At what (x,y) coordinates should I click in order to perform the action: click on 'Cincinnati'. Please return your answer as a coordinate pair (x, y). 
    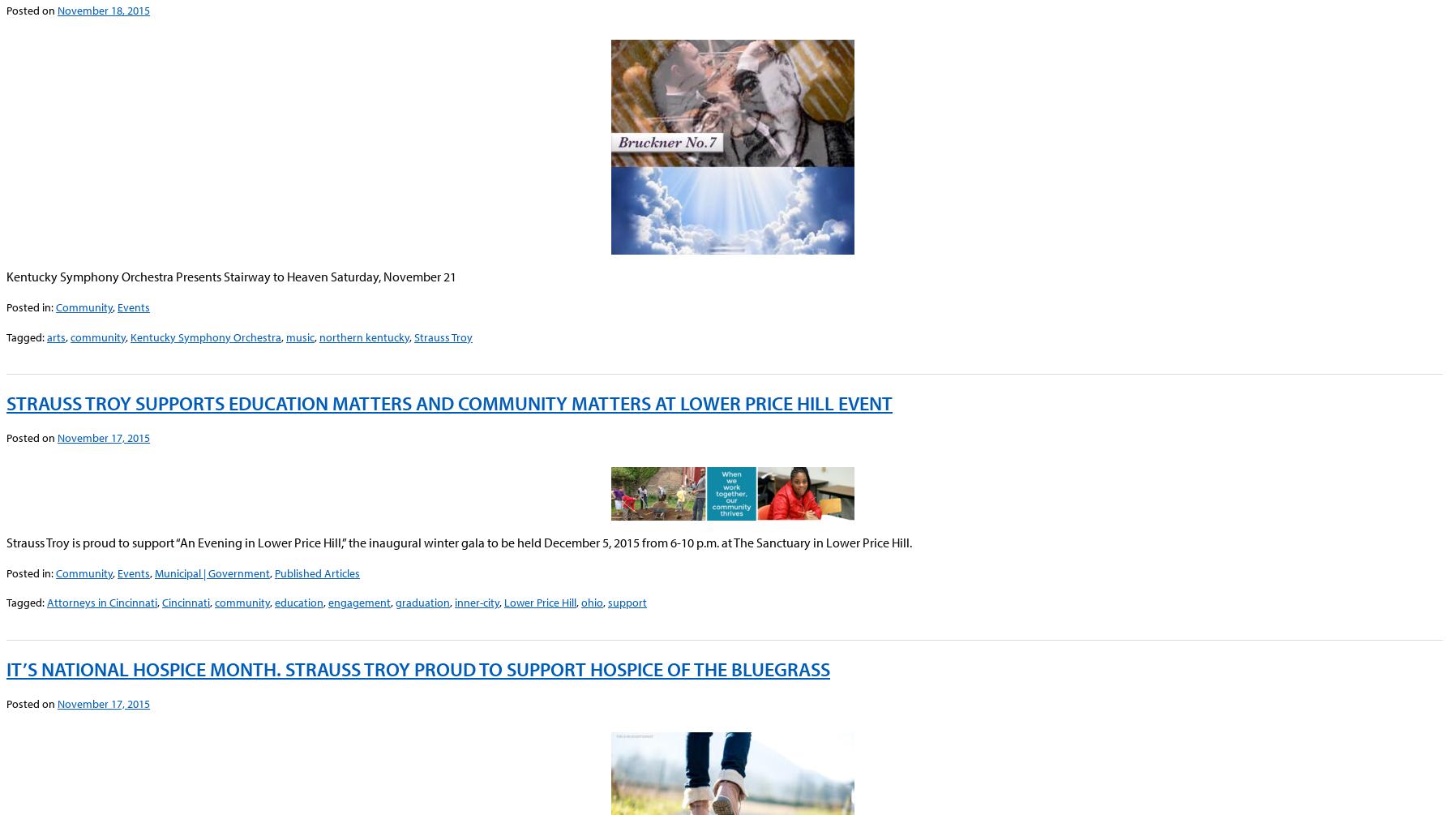
    Looking at the image, I should click on (186, 602).